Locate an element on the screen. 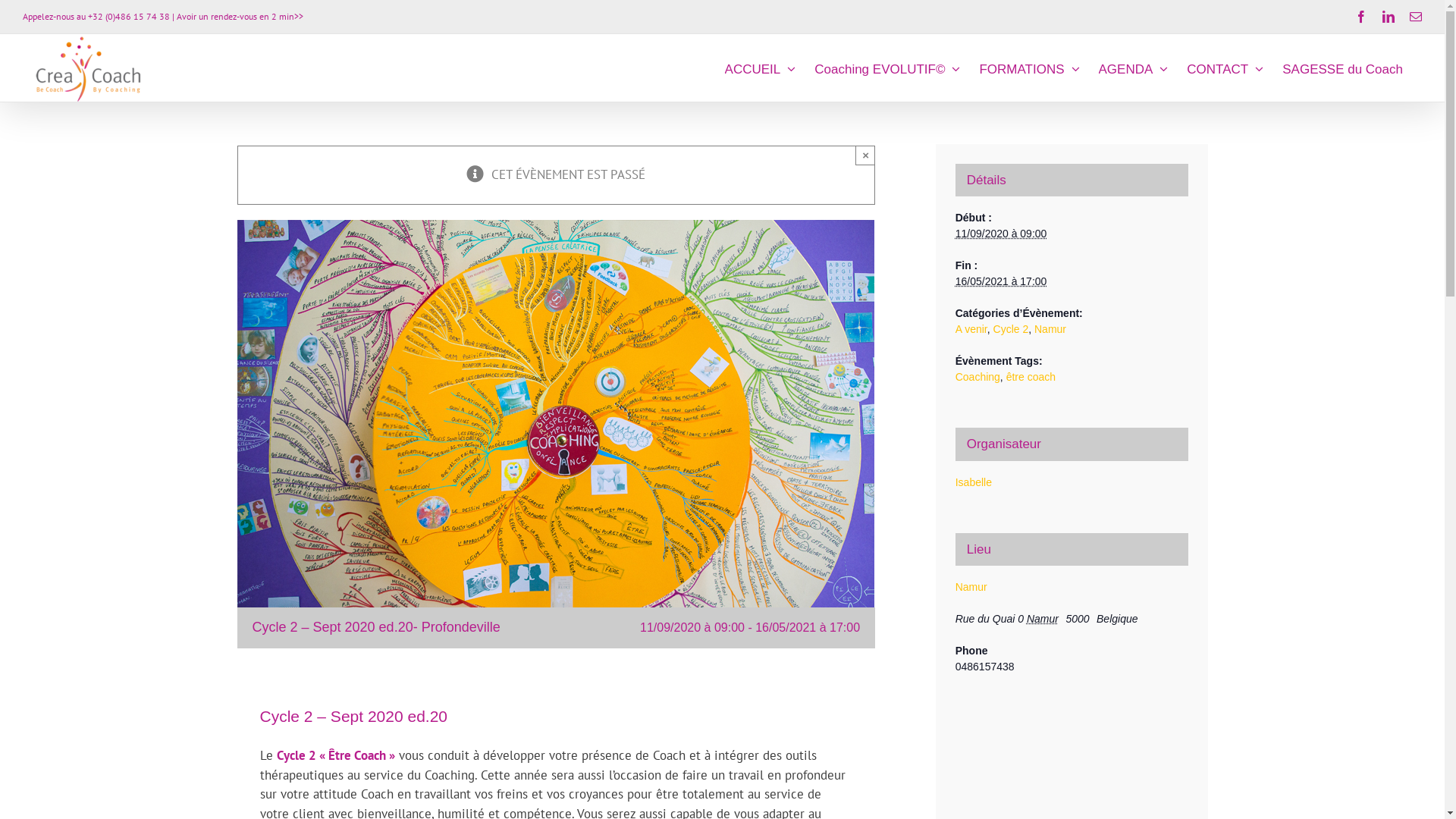  'Isabelle' is located at coordinates (973, 482).